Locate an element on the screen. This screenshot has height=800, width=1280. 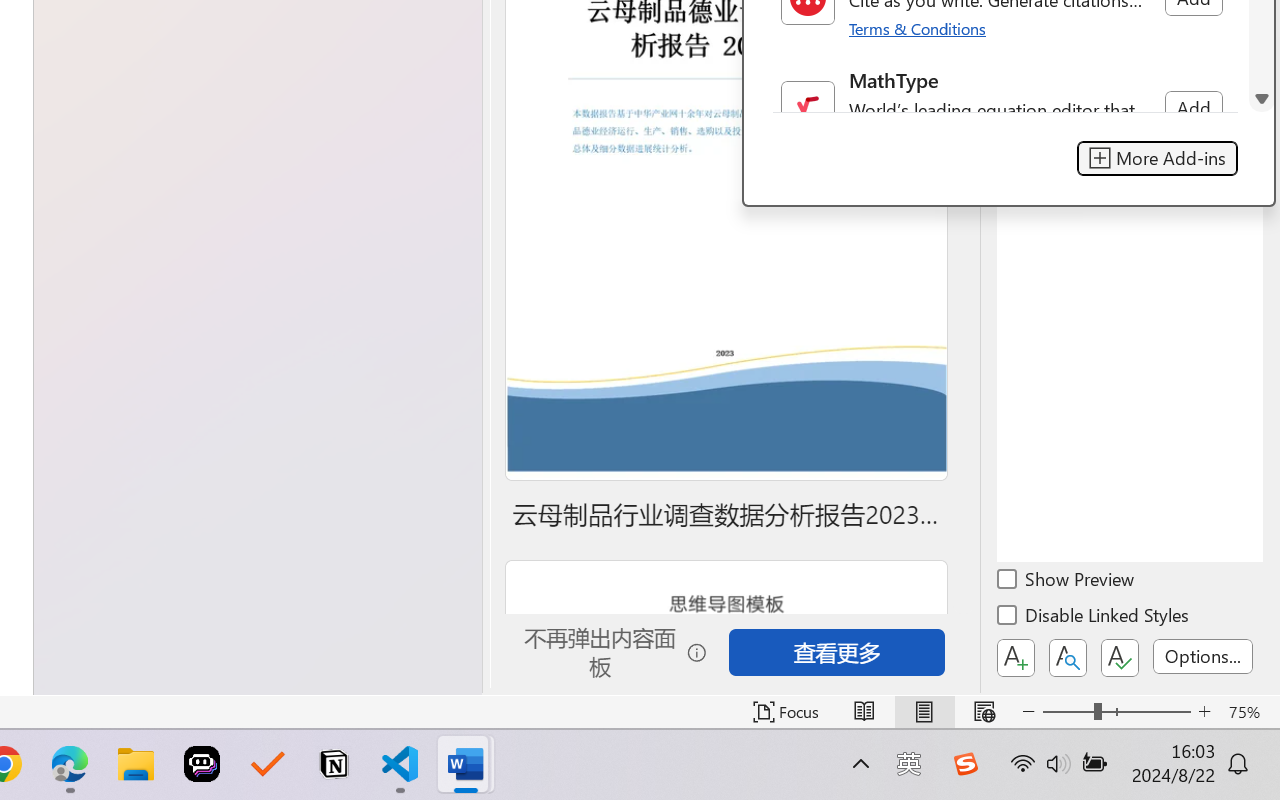
'Class: NetUIButton' is located at coordinates (1120, 657).